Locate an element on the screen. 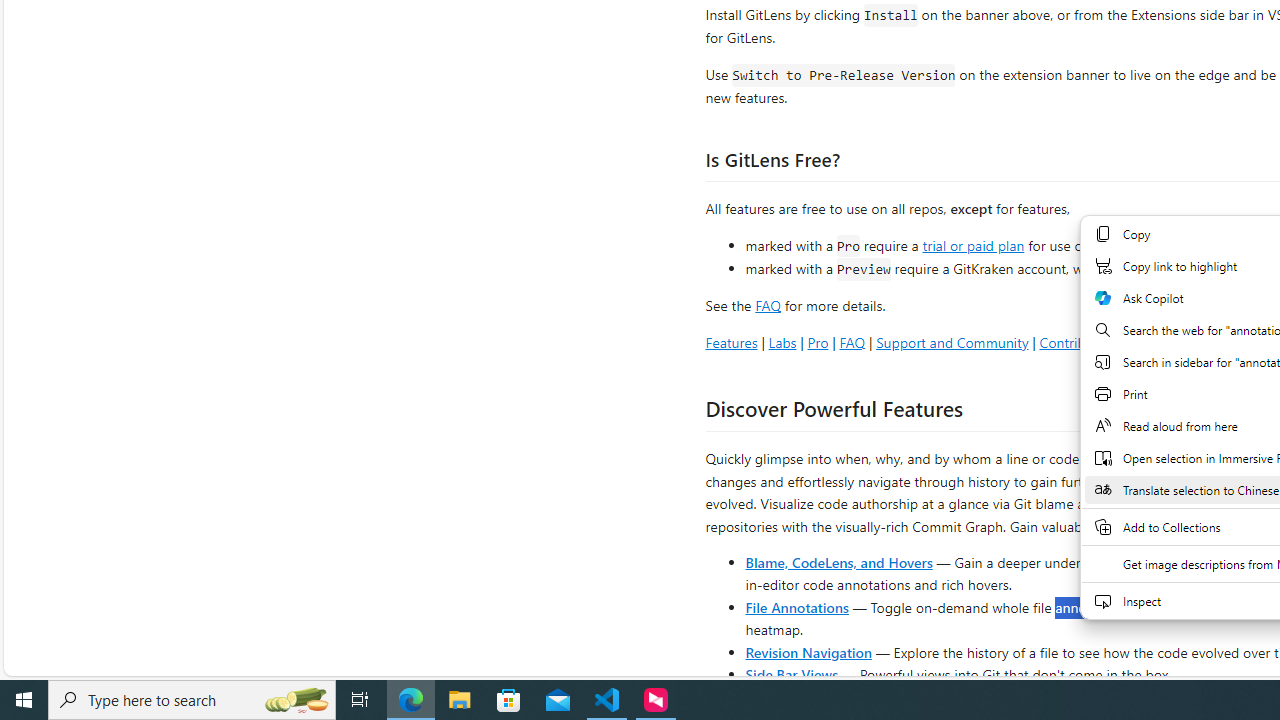 The image size is (1280, 720). 'FAQ' is located at coordinates (852, 341).